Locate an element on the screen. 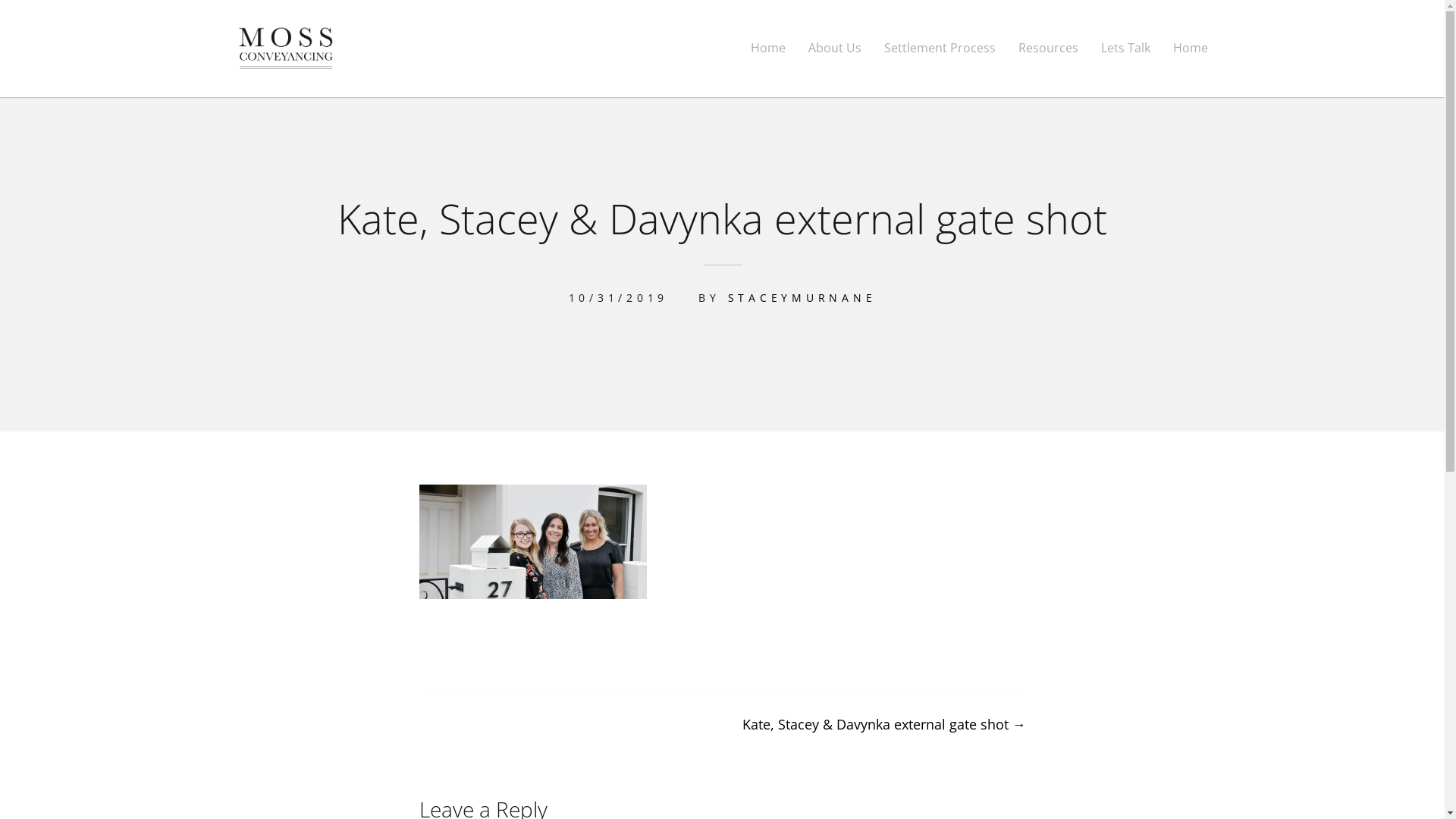 The width and height of the screenshot is (1456, 819). 'Home' is located at coordinates (767, 47).